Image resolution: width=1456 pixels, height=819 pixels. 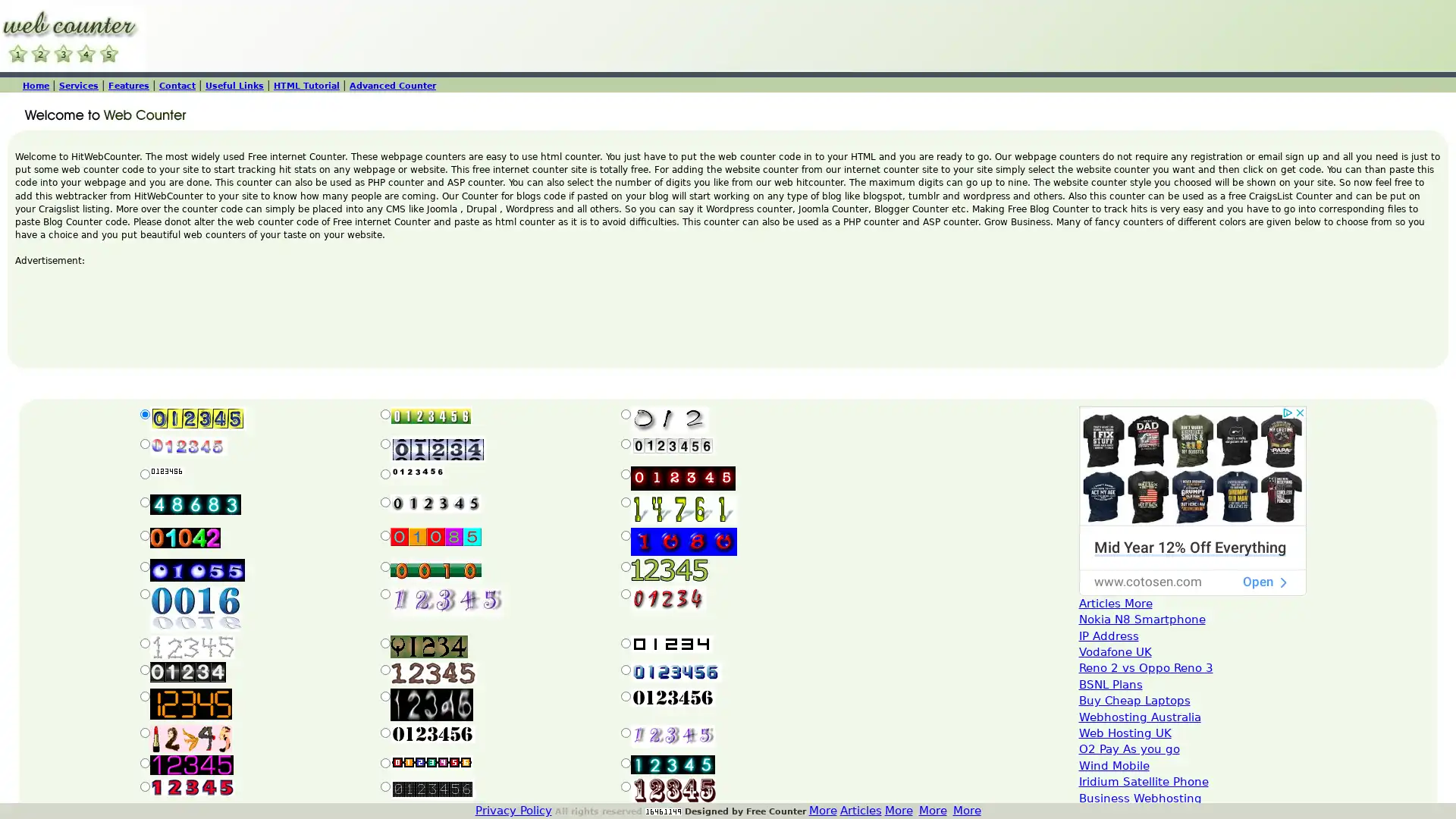 What do you see at coordinates (672, 789) in the screenshot?
I see `Submit` at bounding box center [672, 789].